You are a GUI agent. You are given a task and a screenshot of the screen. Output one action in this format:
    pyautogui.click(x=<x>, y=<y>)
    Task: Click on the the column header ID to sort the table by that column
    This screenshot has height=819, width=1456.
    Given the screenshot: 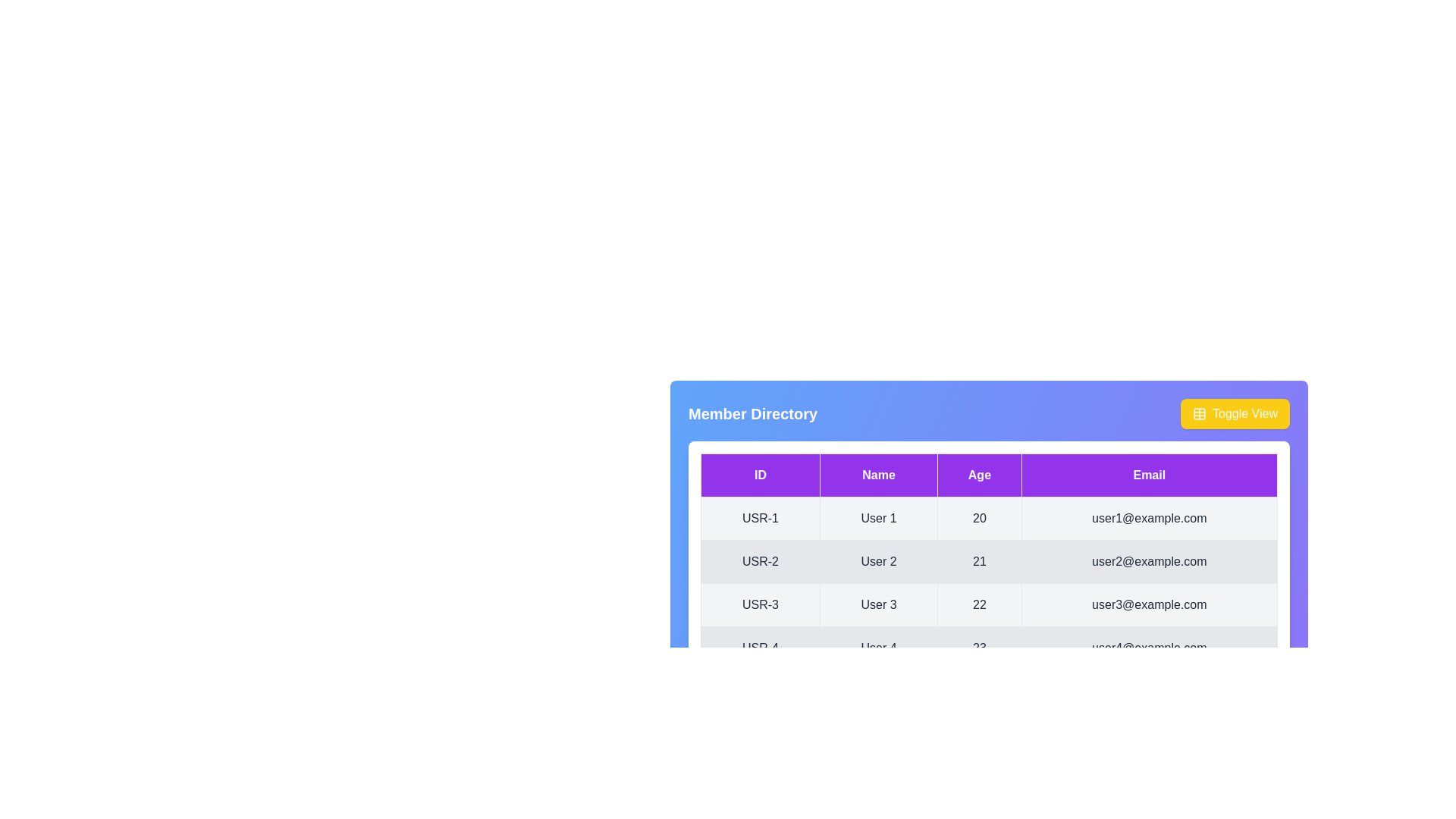 What is the action you would take?
    pyautogui.click(x=761, y=475)
    